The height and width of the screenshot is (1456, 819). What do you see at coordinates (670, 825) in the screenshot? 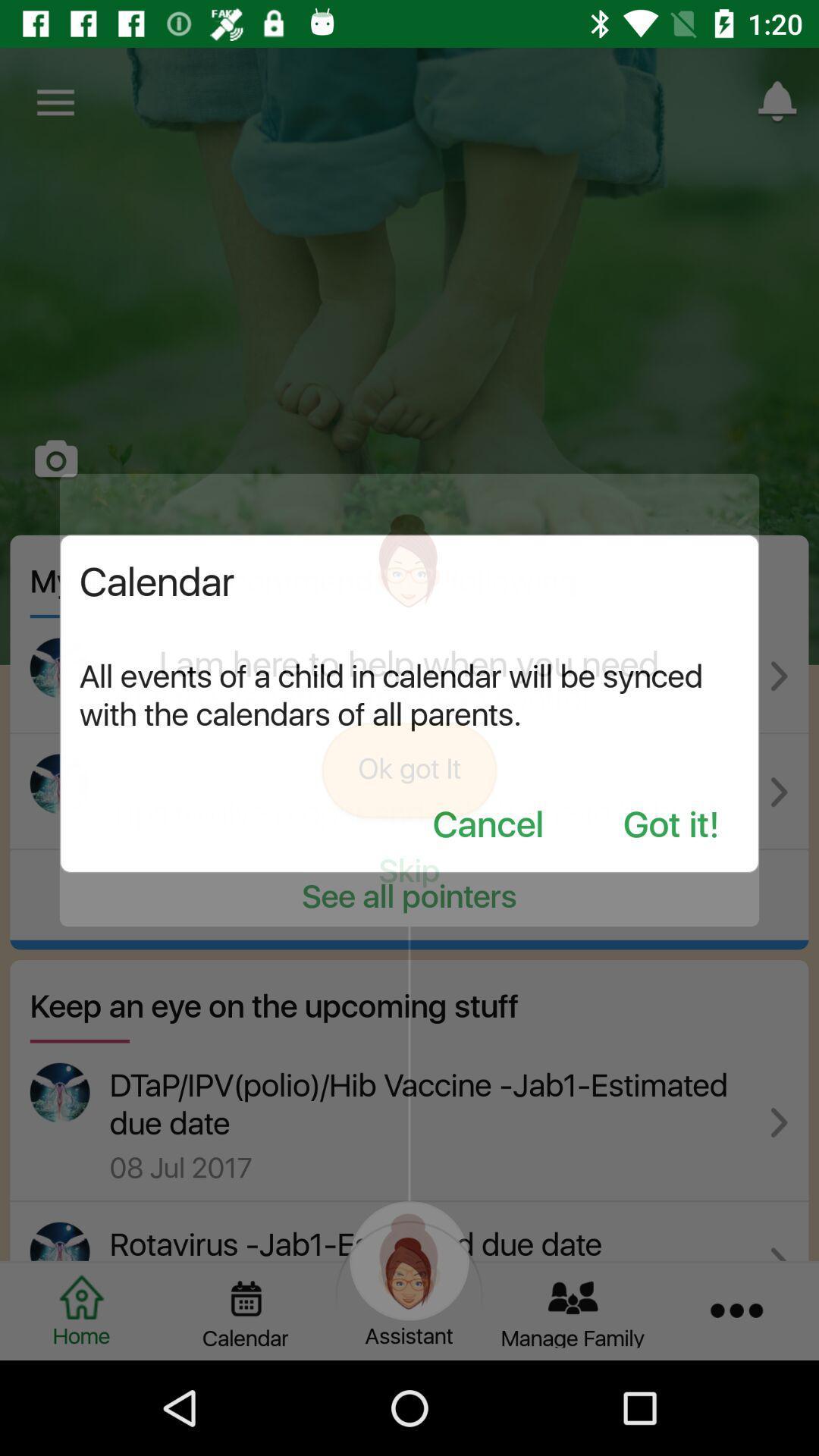
I see `got it! on the right` at bounding box center [670, 825].